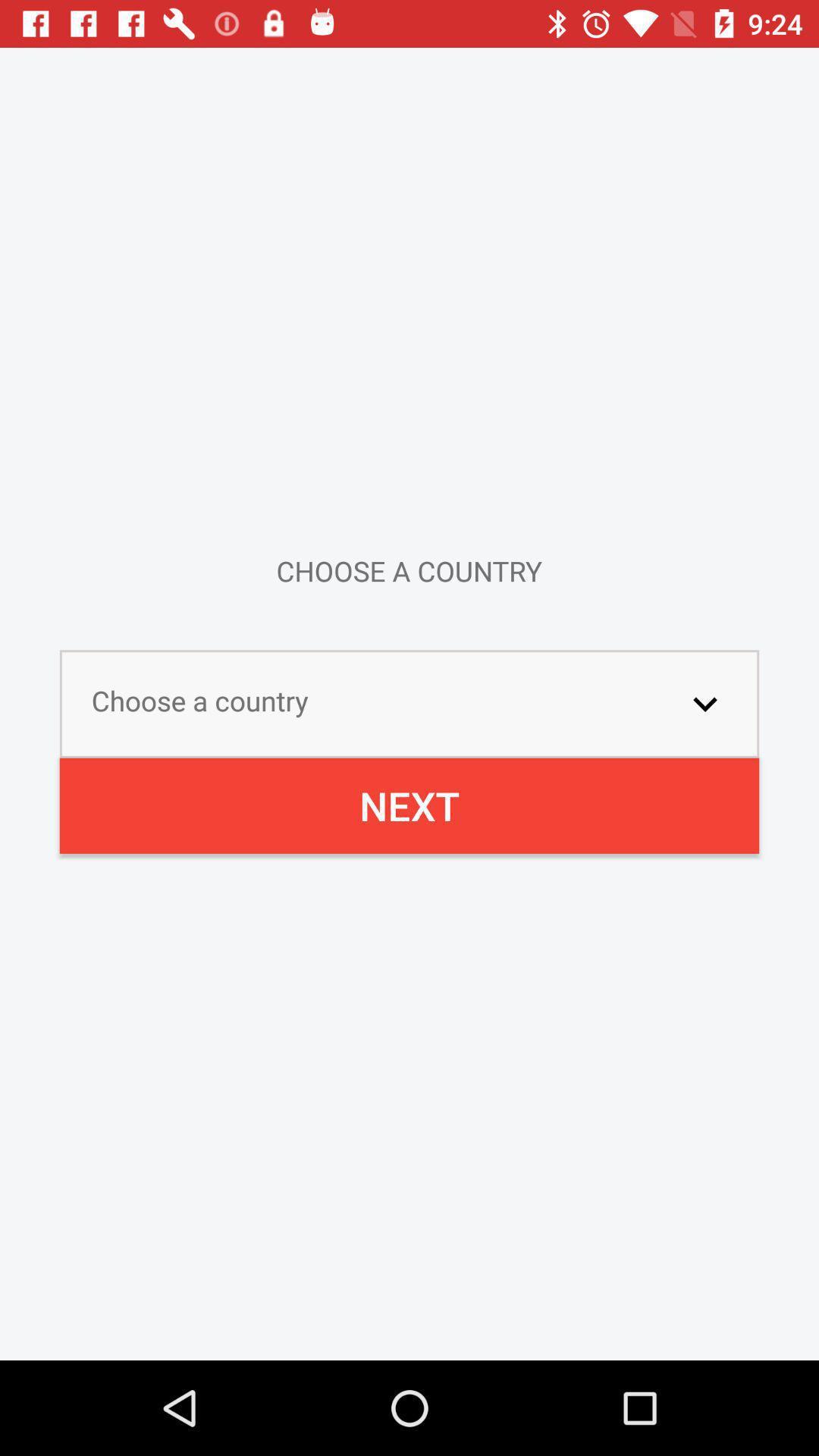  Describe the element at coordinates (704, 703) in the screenshot. I see `the item next to choose a country icon` at that location.